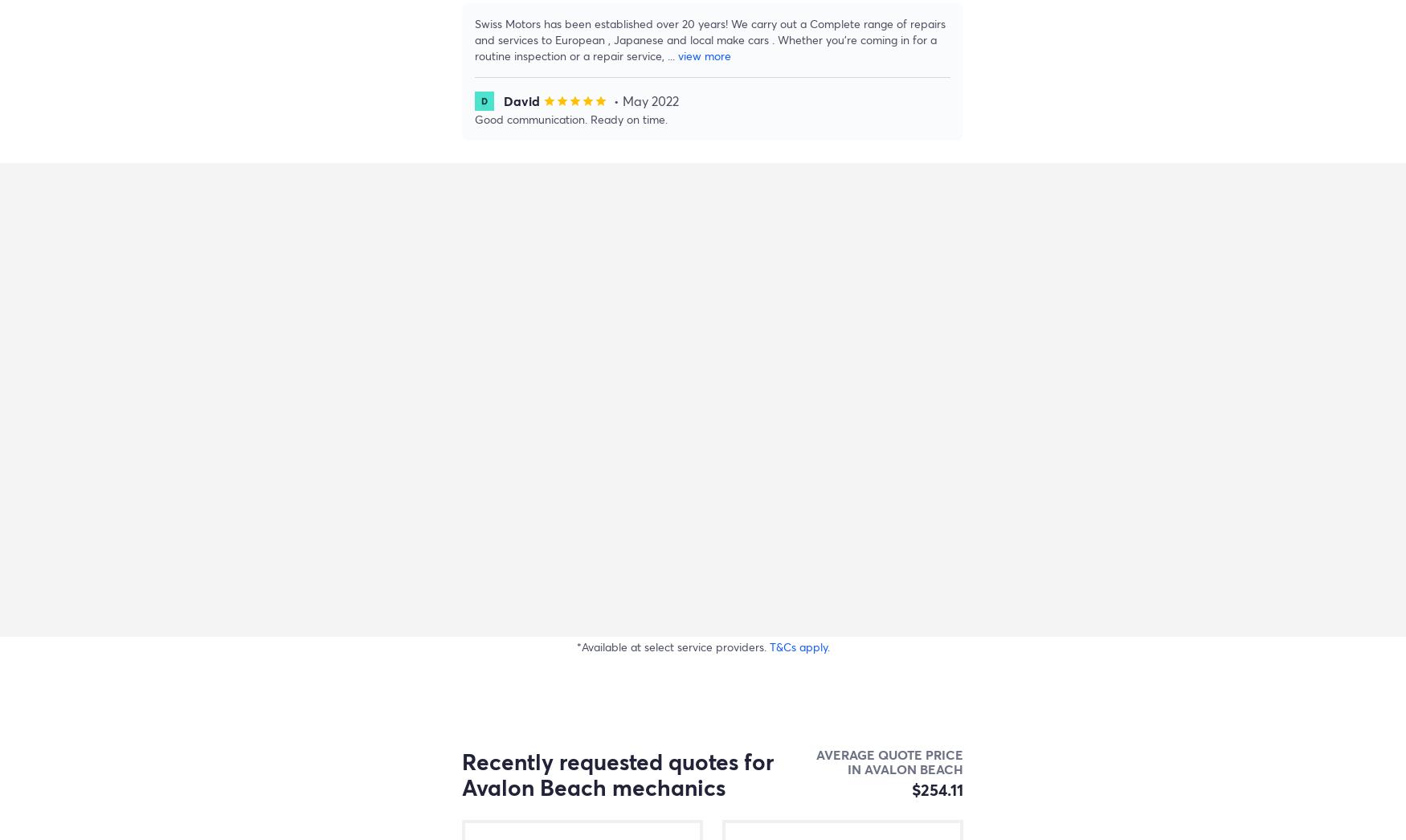 Image resolution: width=1406 pixels, height=840 pixels. I want to click on 'T&Cs apply.', so click(769, 646).